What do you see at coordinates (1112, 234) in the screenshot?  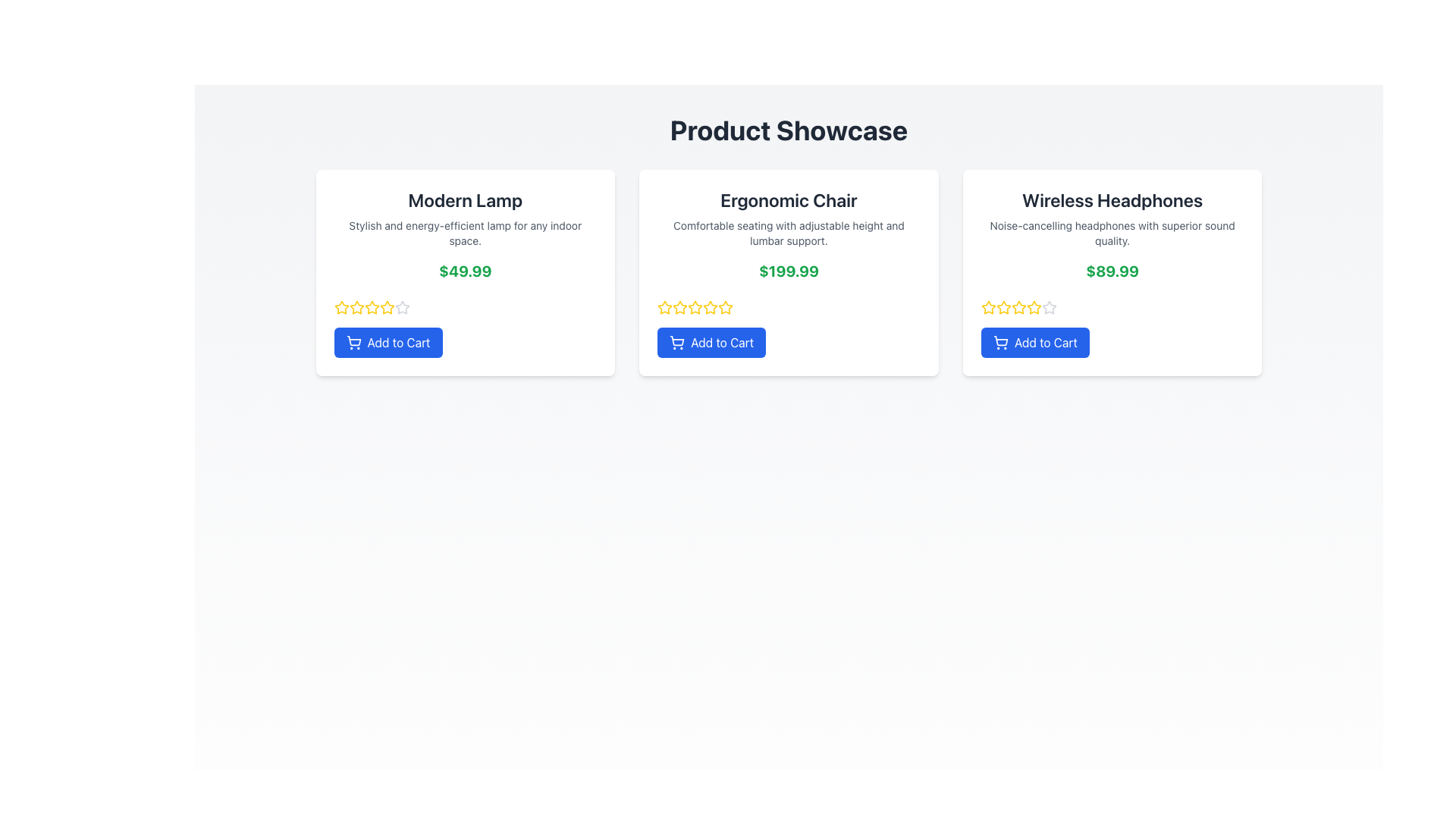 I see `the descriptive text reading 'Noise-cancelling headphones with superior sound quality.' which is located beneath the title 'Wireless Headphones' in the product card` at bounding box center [1112, 234].